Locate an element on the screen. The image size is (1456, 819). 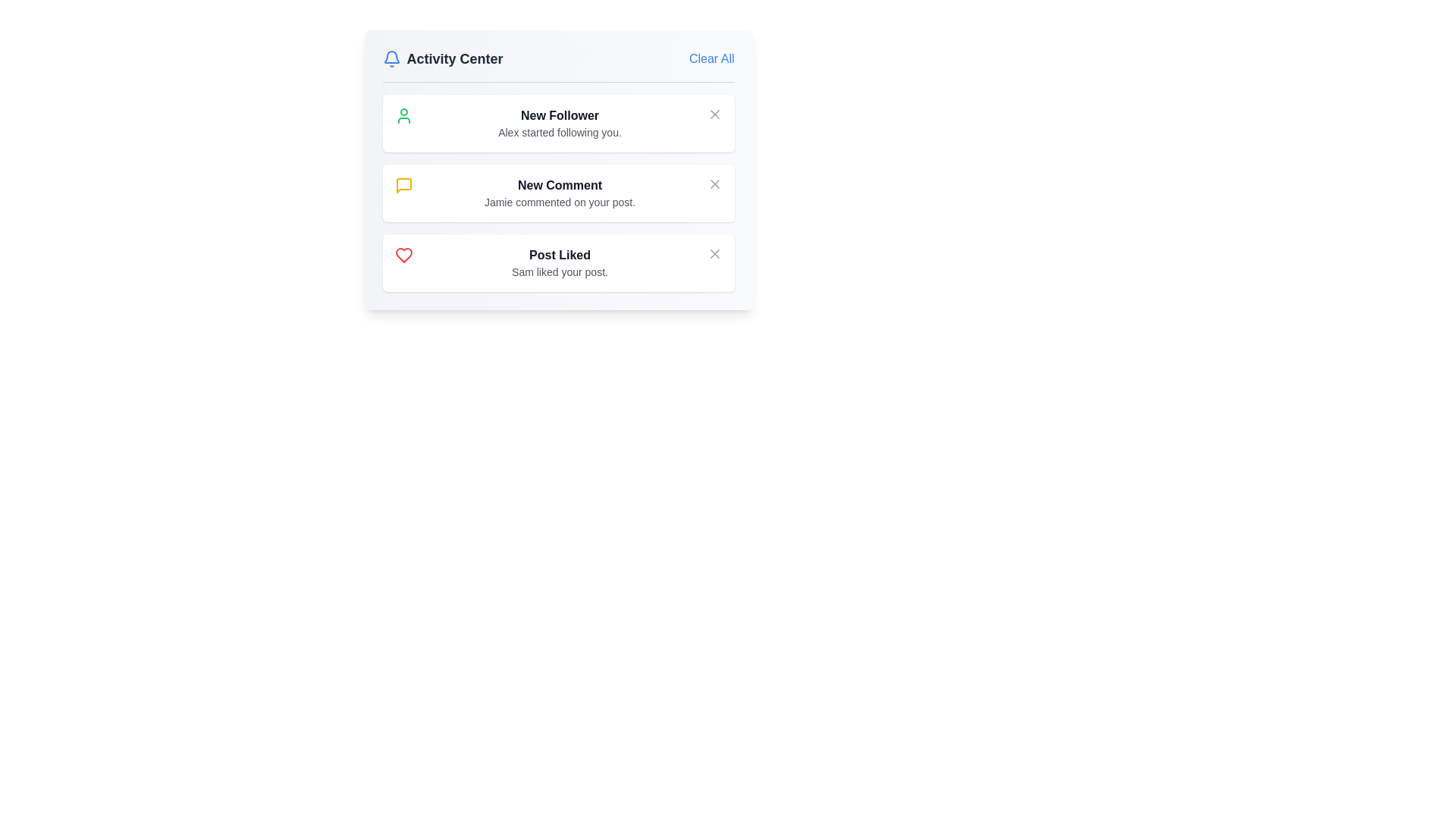
the heart-shaped Decorative icon outlined with a red stroke, located at the top-left corner of the 'Post Liked' notification card is located at coordinates (403, 254).